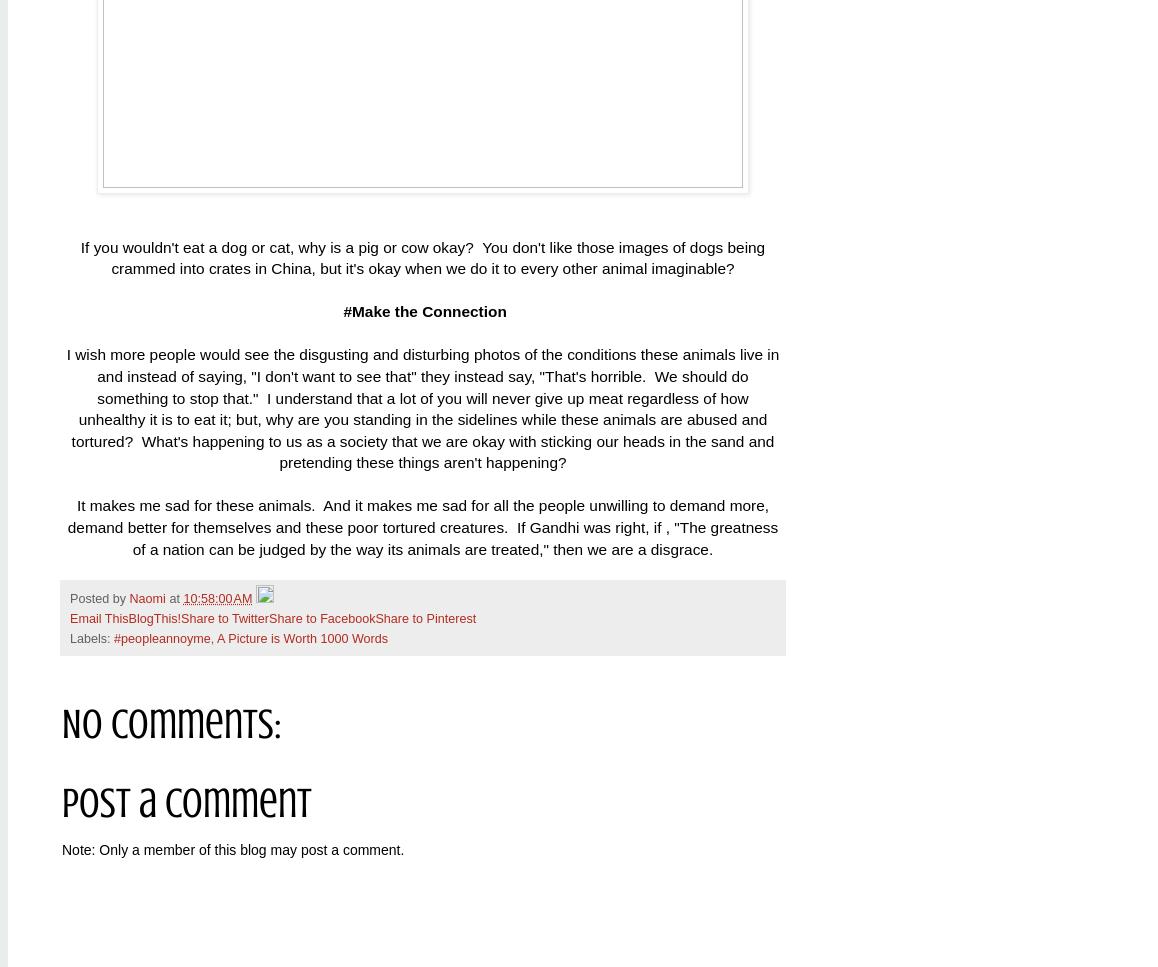 The height and width of the screenshot is (967, 1158). What do you see at coordinates (145, 598) in the screenshot?
I see `'Naomi'` at bounding box center [145, 598].